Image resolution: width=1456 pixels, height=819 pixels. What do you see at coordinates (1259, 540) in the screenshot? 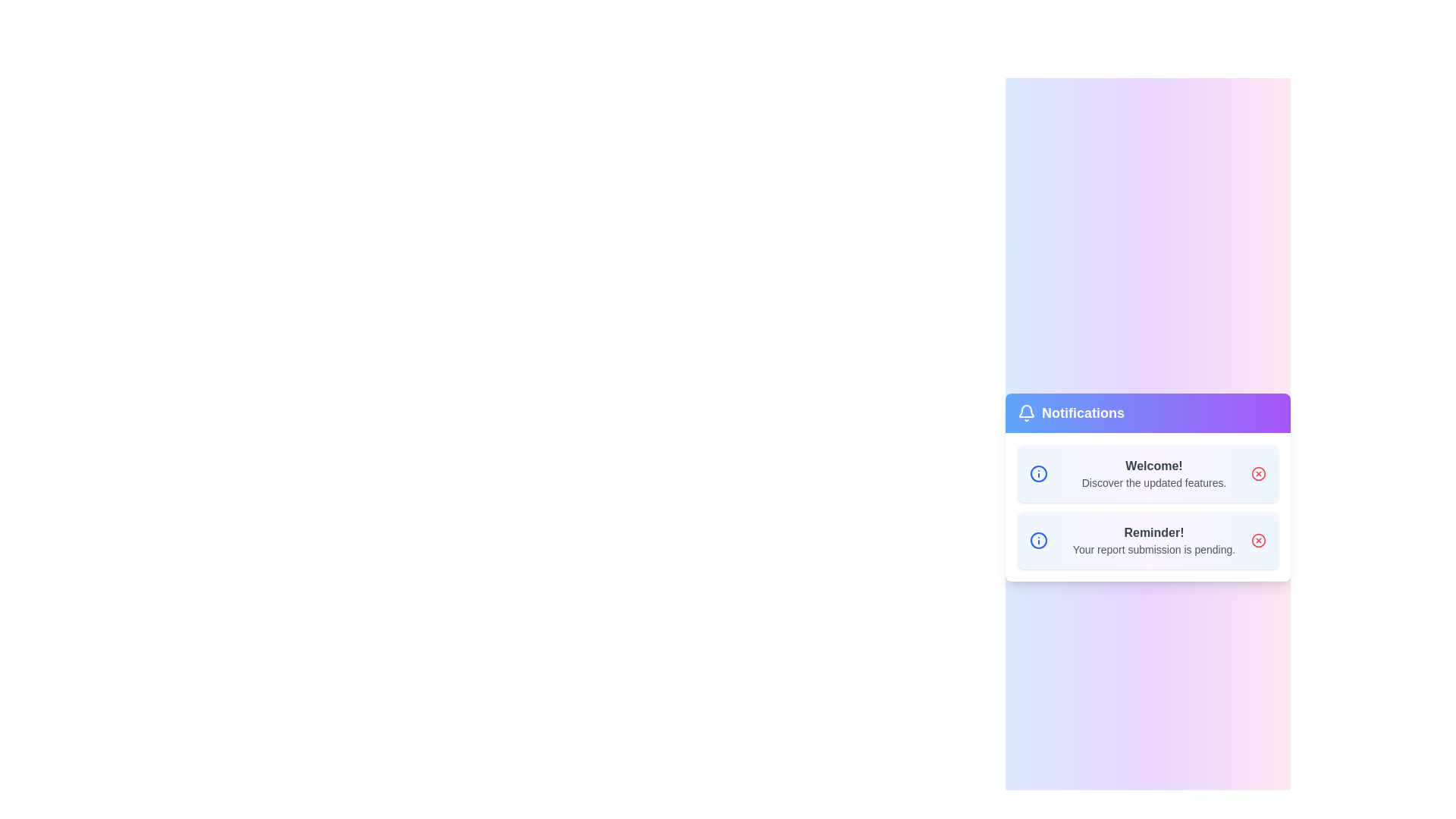
I see `the dismiss button located on the rightmost side of the notification box that contains the text 'Reminder! Your report submission is pending.'` at bounding box center [1259, 540].